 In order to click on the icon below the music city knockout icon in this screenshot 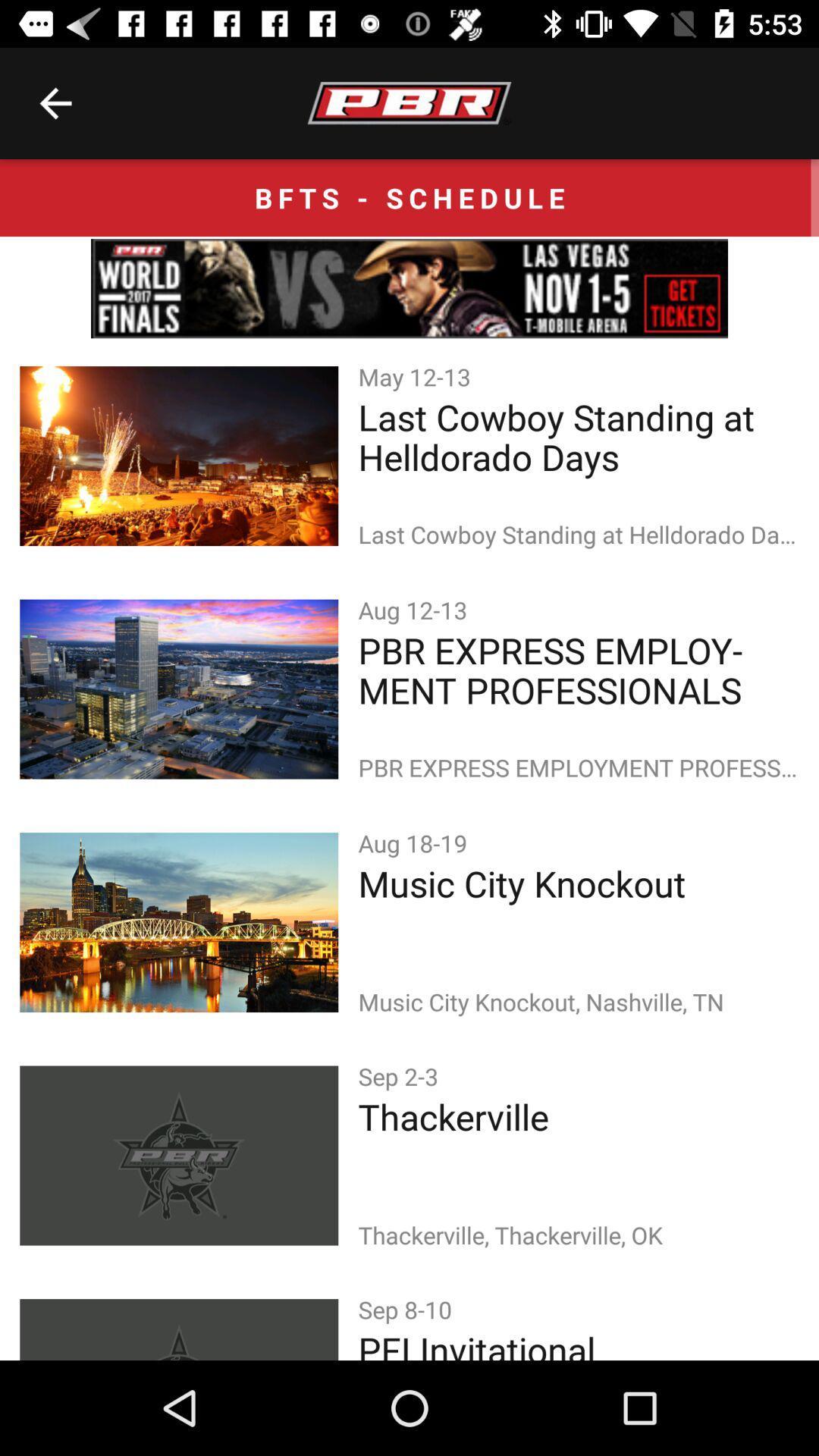, I will do `click(400, 1075)`.